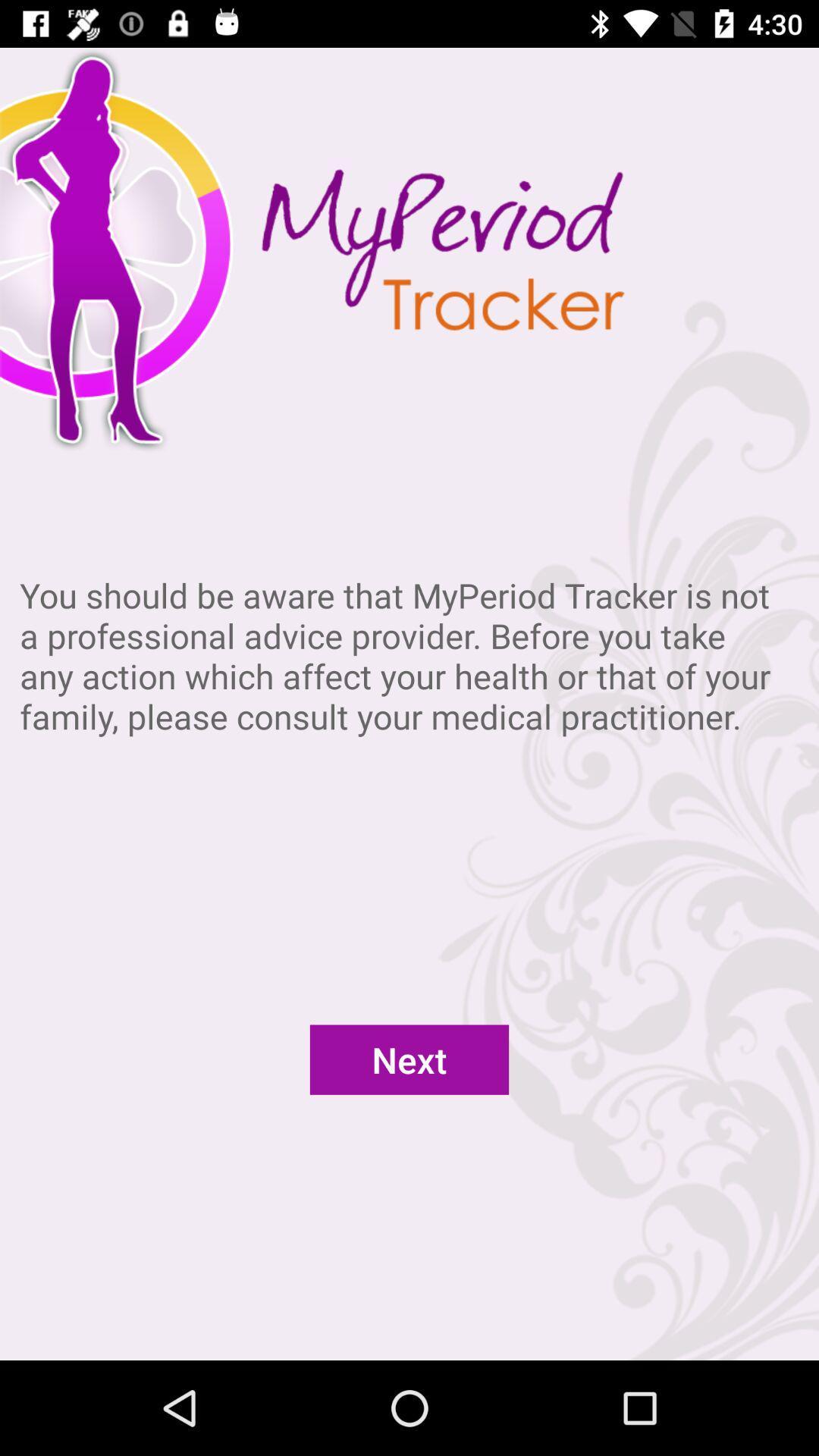 This screenshot has width=819, height=1456. Describe the element at coordinates (409, 1059) in the screenshot. I see `the next icon` at that location.